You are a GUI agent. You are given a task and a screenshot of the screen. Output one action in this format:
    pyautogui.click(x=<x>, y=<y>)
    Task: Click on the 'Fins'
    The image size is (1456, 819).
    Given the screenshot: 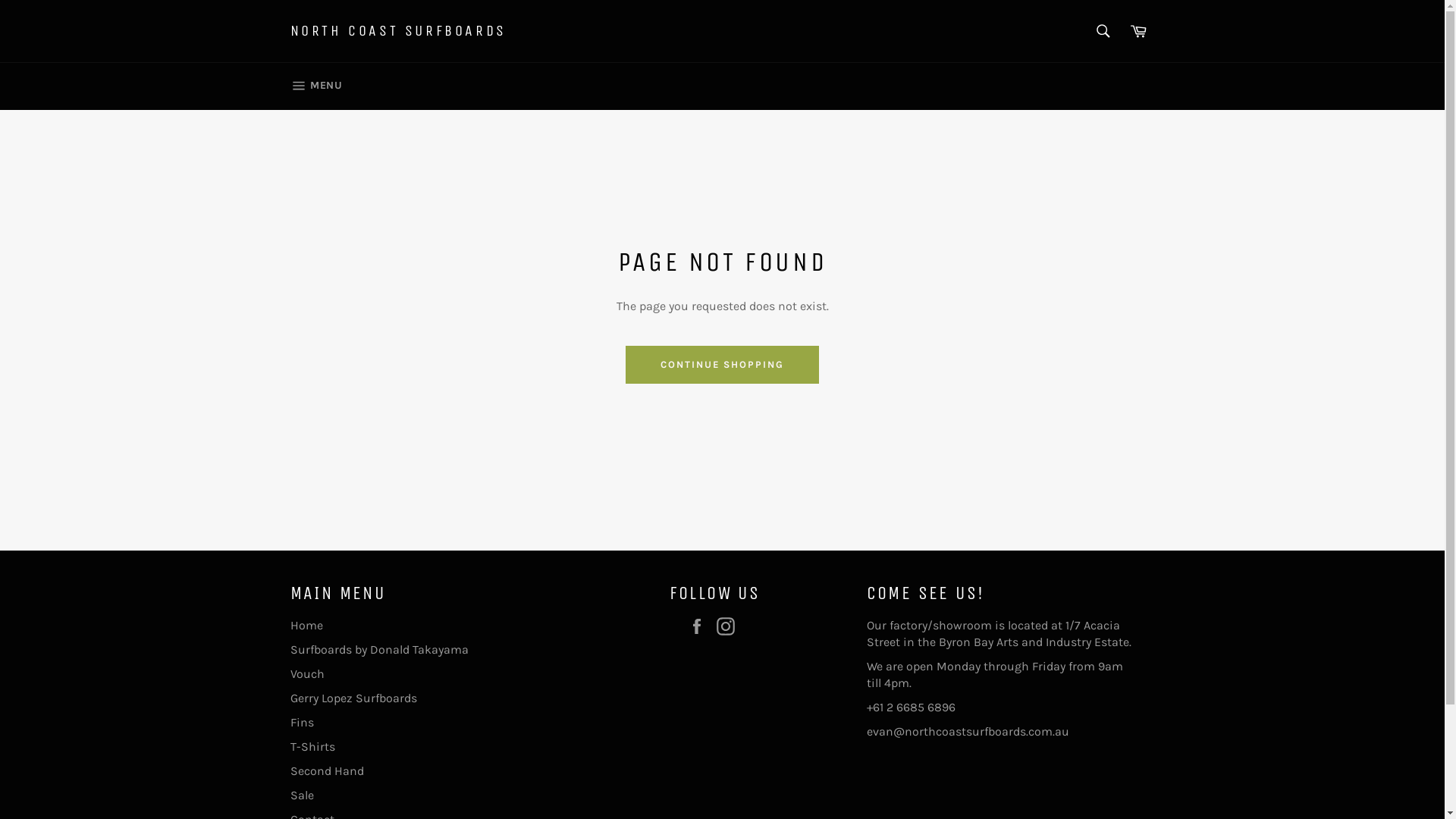 What is the action you would take?
    pyautogui.click(x=301, y=721)
    